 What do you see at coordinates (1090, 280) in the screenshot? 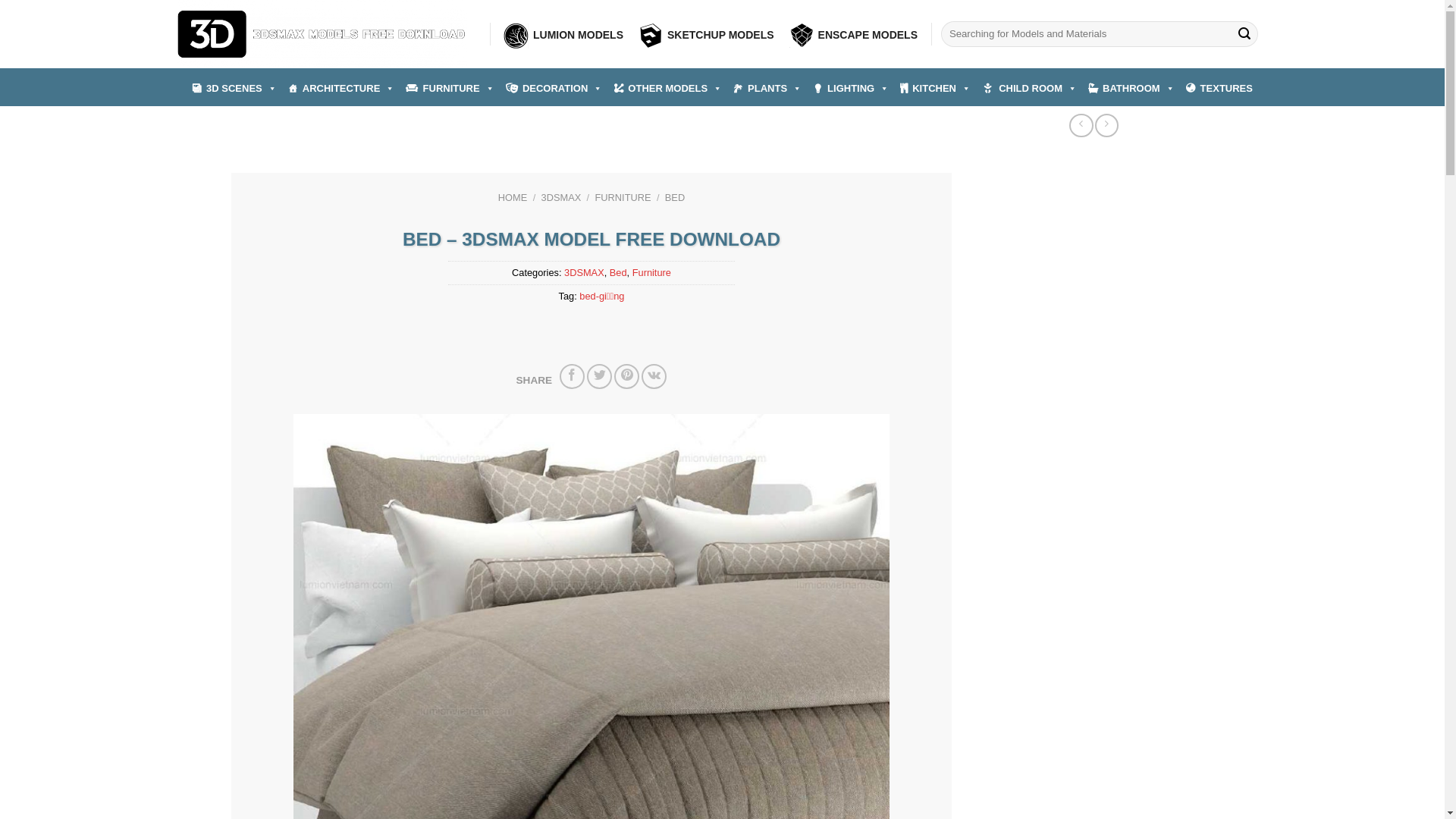
I see `'Advertisement'` at bounding box center [1090, 280].